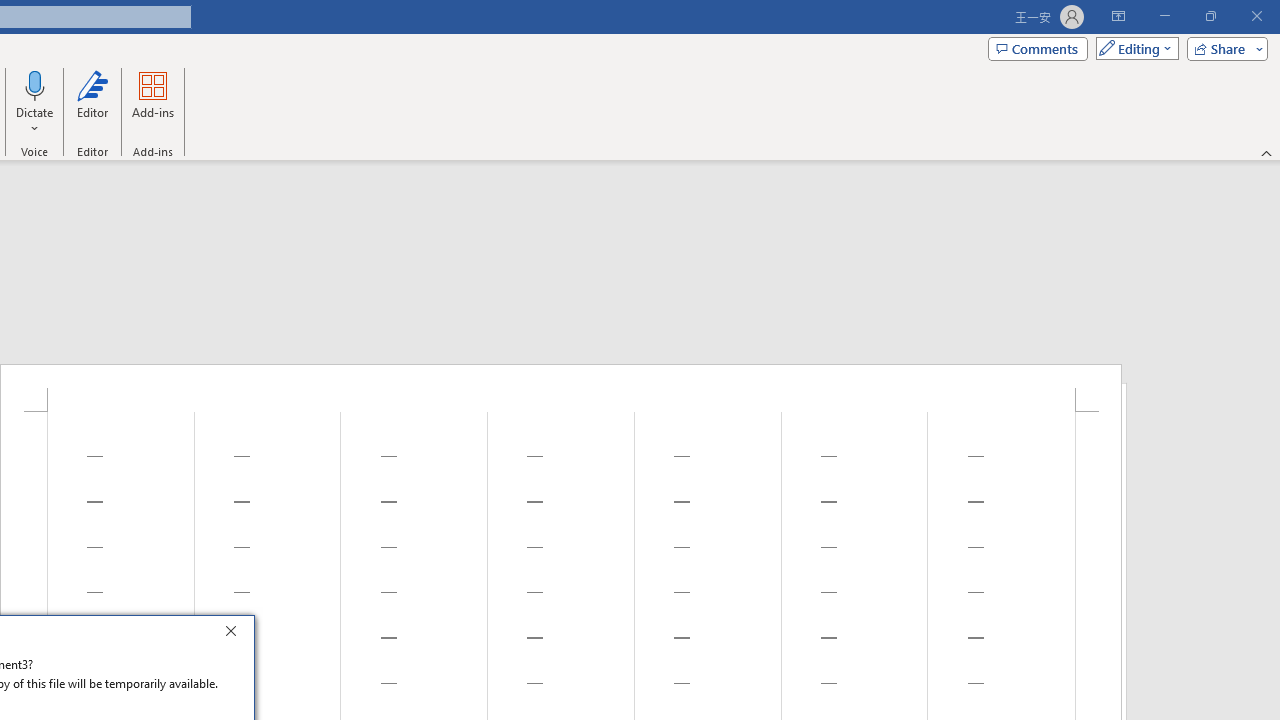  I want to click on 'Mode', so click(1133, 47).